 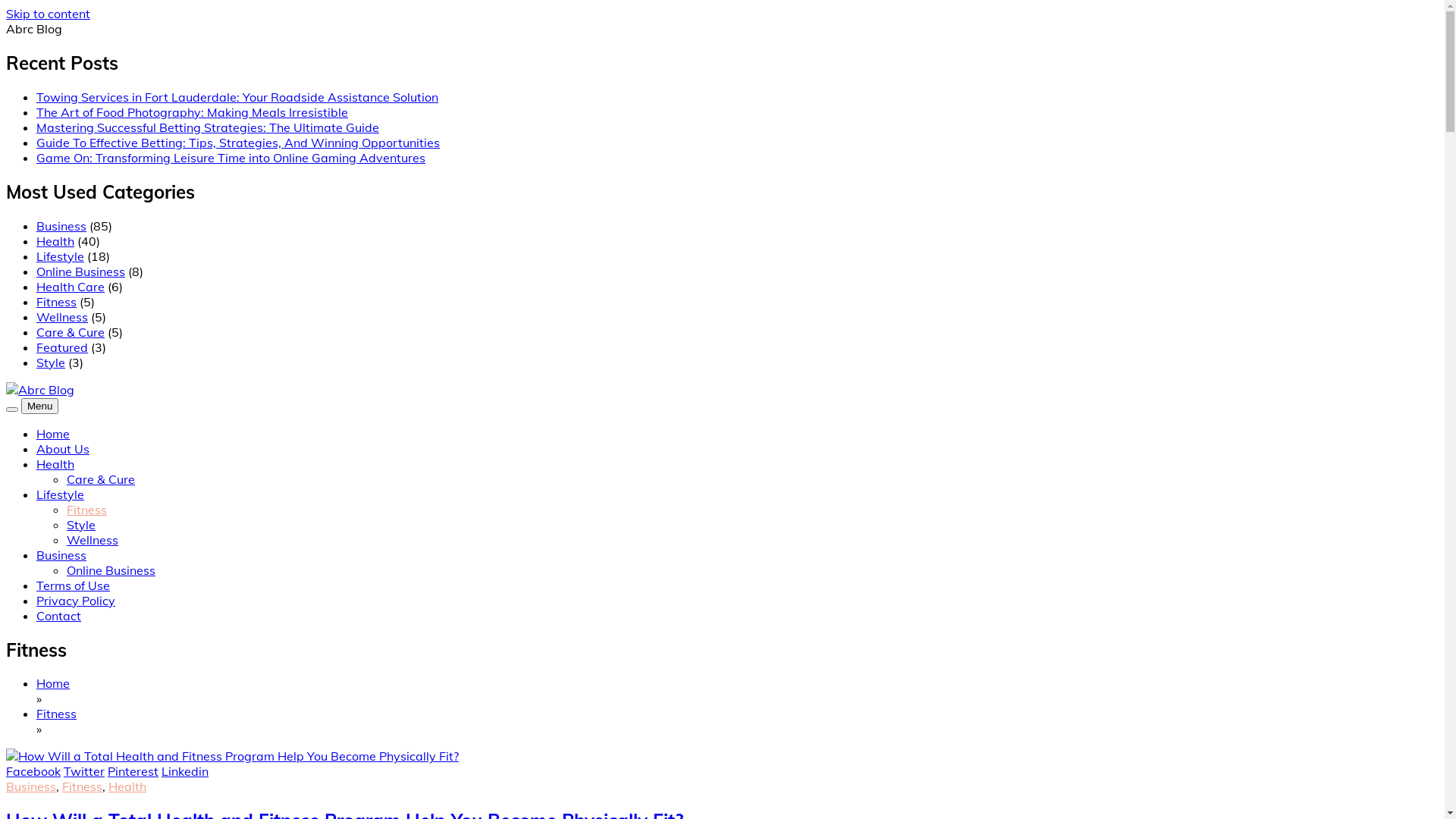 What do you see at coordinates (133, 771) in the screenshot?
I see `'Pinterest'` at bounding box center [133, 771].